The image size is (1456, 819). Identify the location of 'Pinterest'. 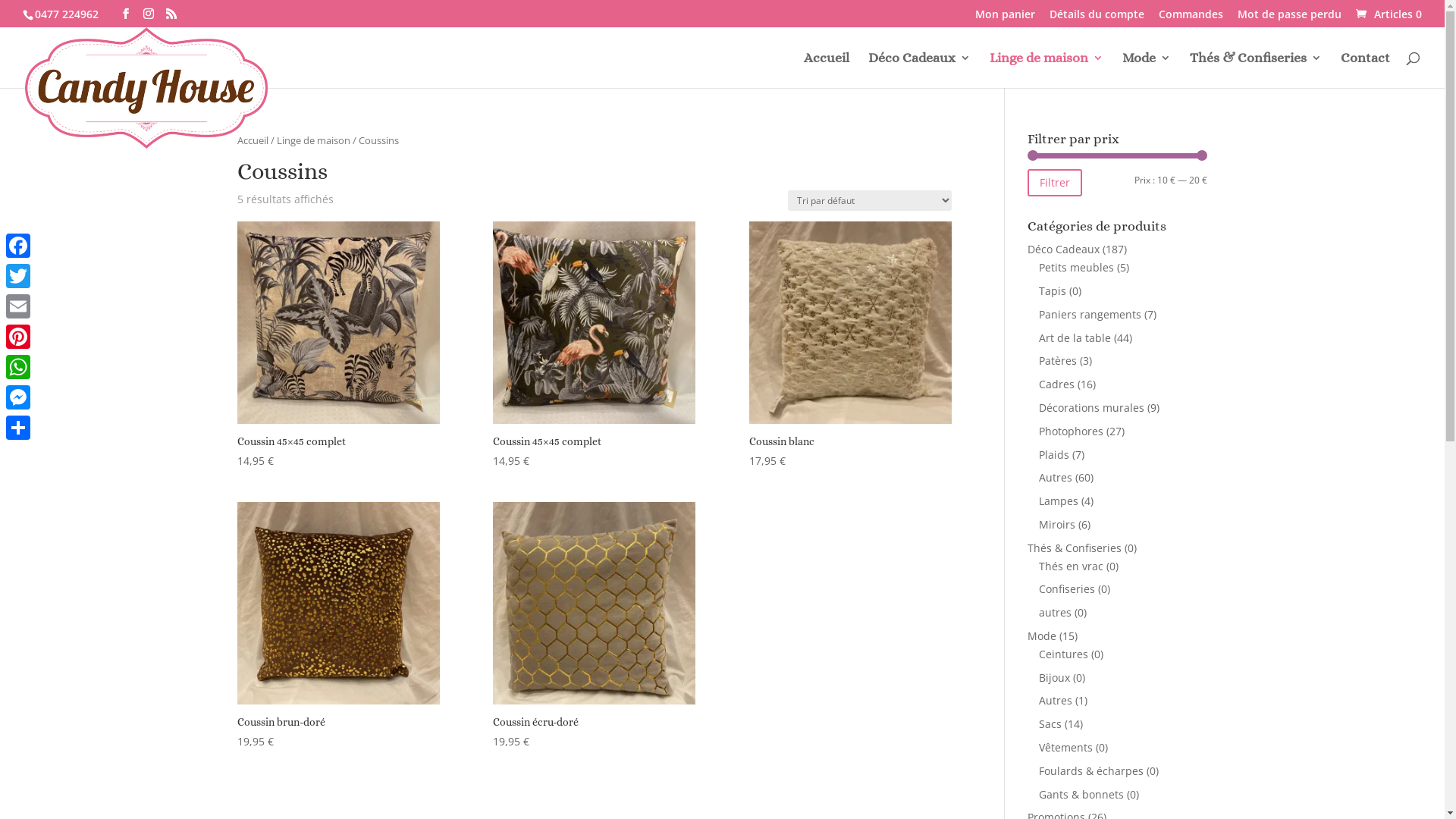
(18, 335).